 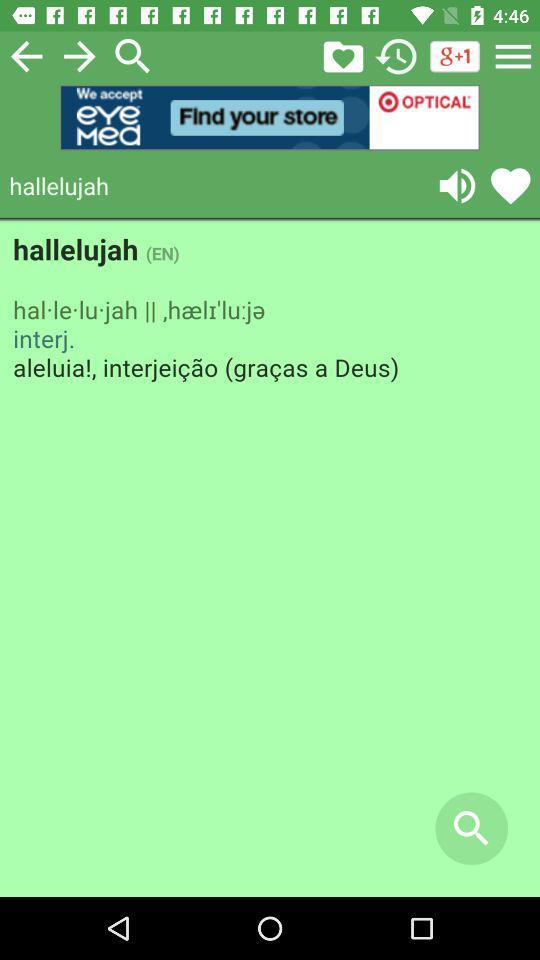 I want to click on volume option, so click(x=457, y=185).